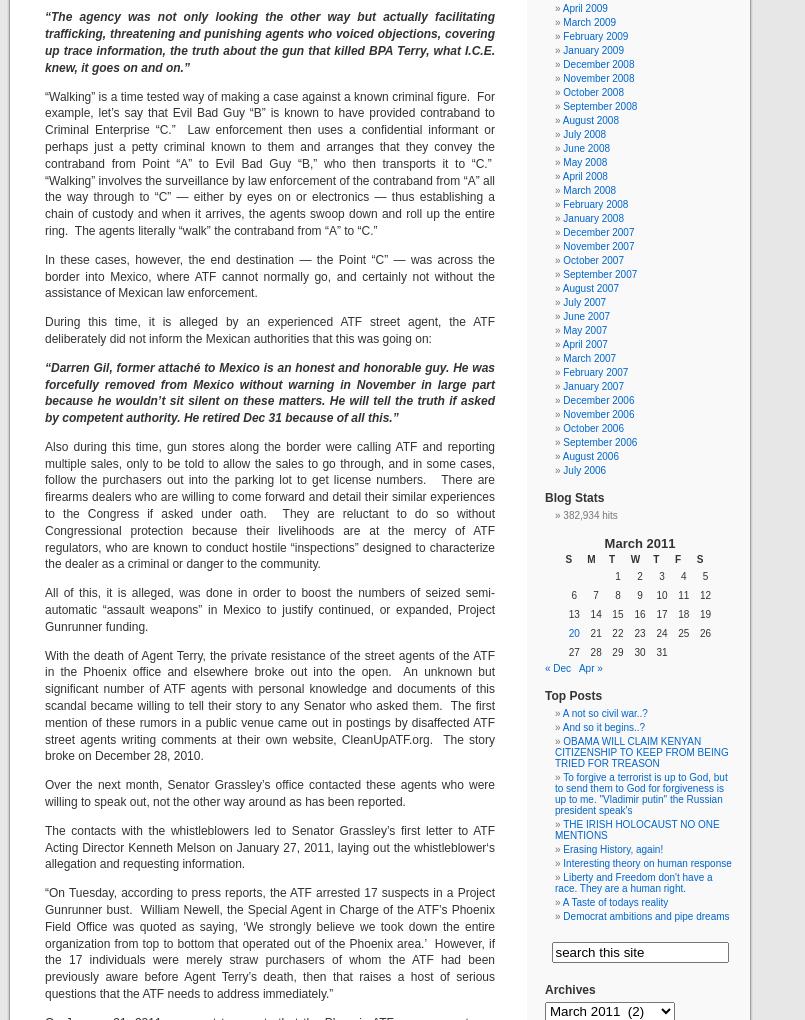  What do you see at coordinates (595, 203) in the screenshot?
I see `'February 2008'` at bounding box center [595, 203].